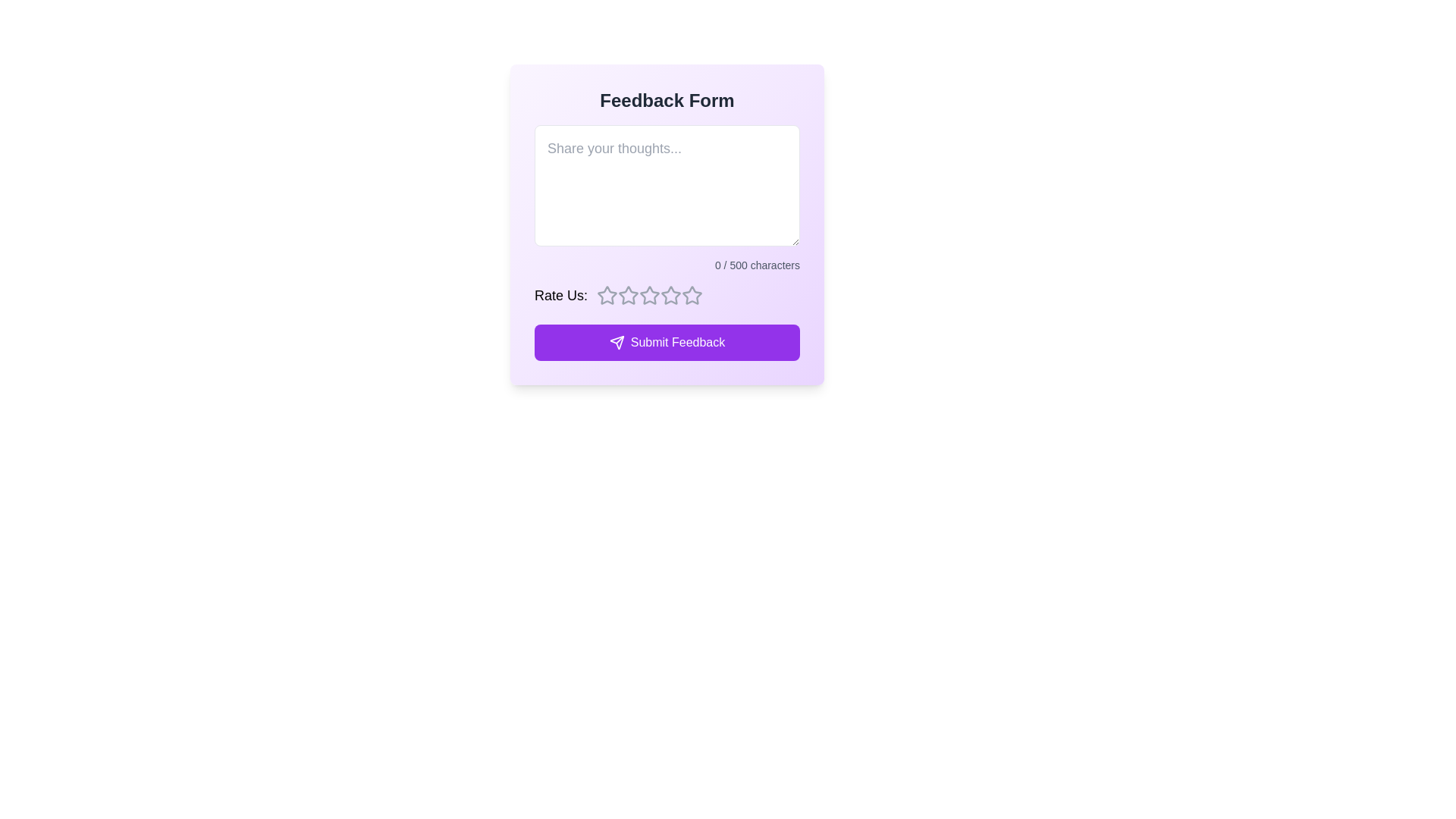  Describe the element at coordinates (607, 295) in the screenshot. I see `the first star icon in the 5-star rating system below the 'Rate Us:' label` at that location.